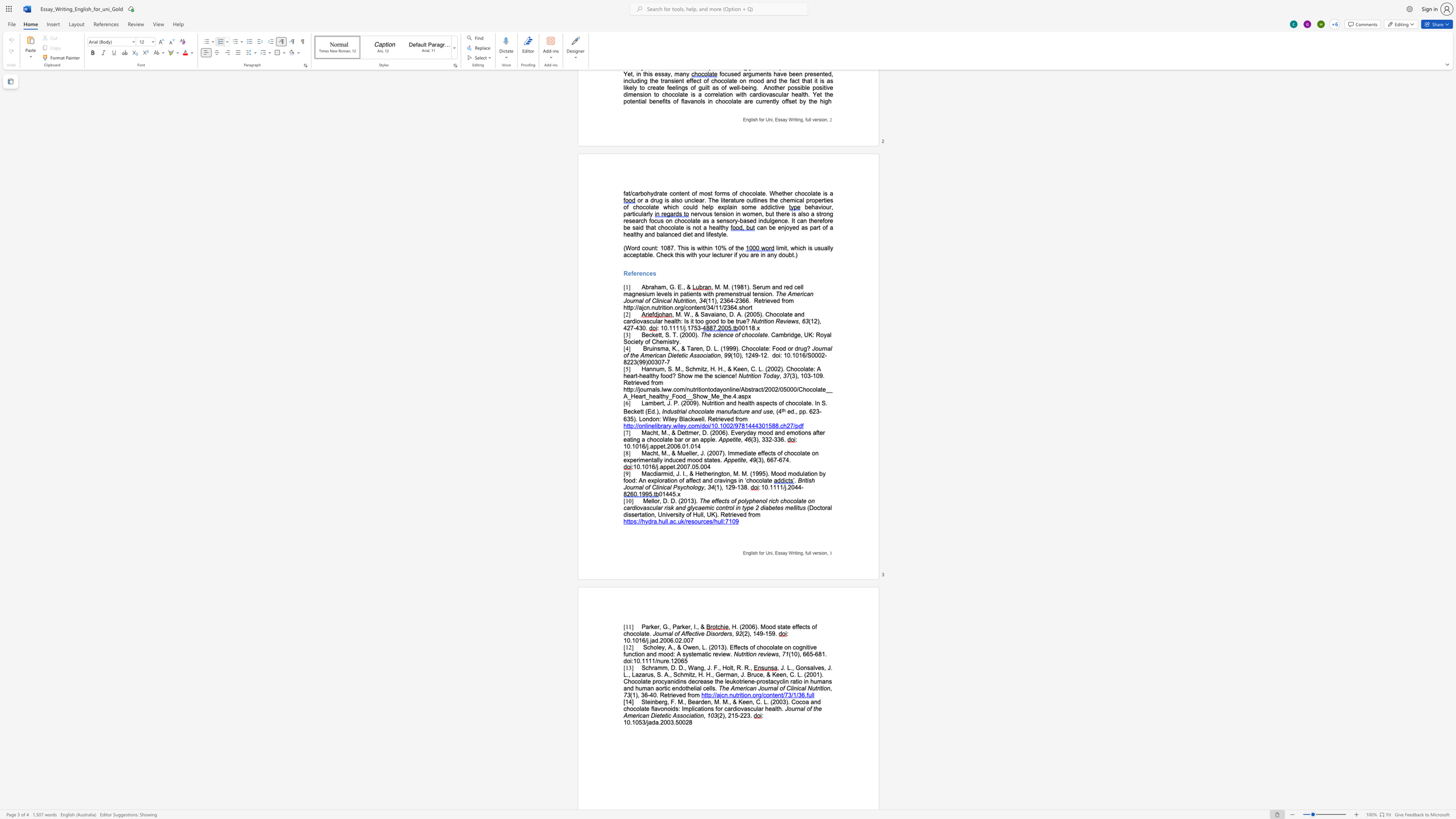 The width and height of the screenshot is (1456, 819). What do you see at coordinates (684, 473) in the screenshot?
I see `the space between the continuous character "I" and "." in the text` at bounding box center [684, 473].